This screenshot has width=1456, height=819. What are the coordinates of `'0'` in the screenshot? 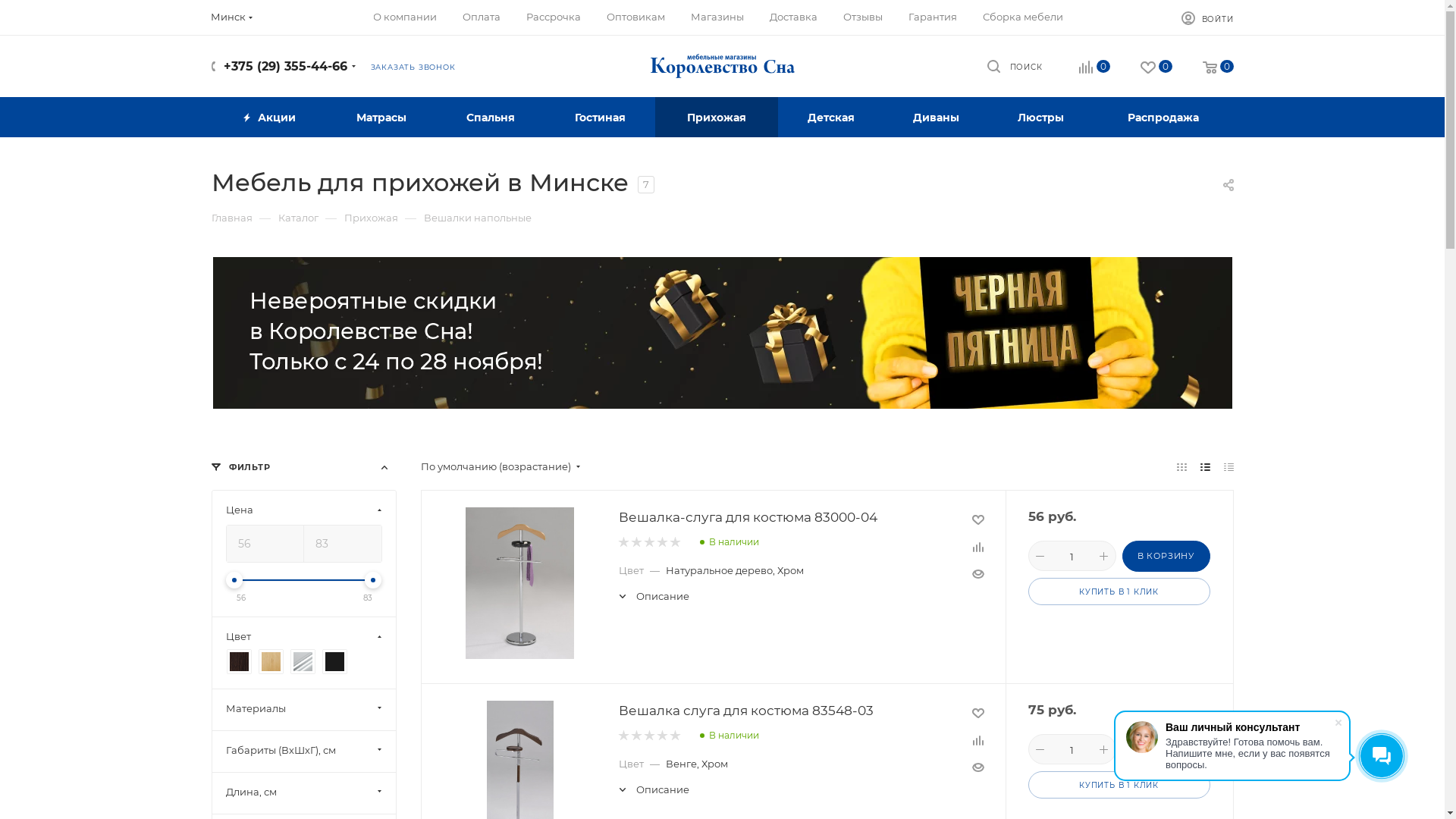 It's located at (1156, 68).